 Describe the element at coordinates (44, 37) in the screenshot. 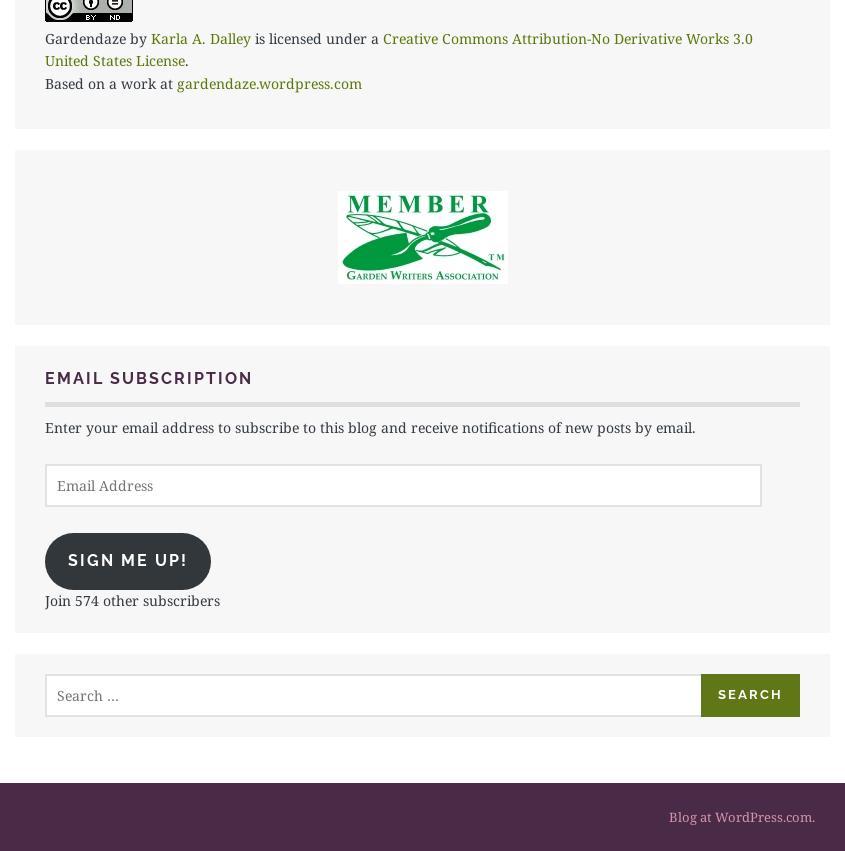

I see `'Gardendaze'` at that location.